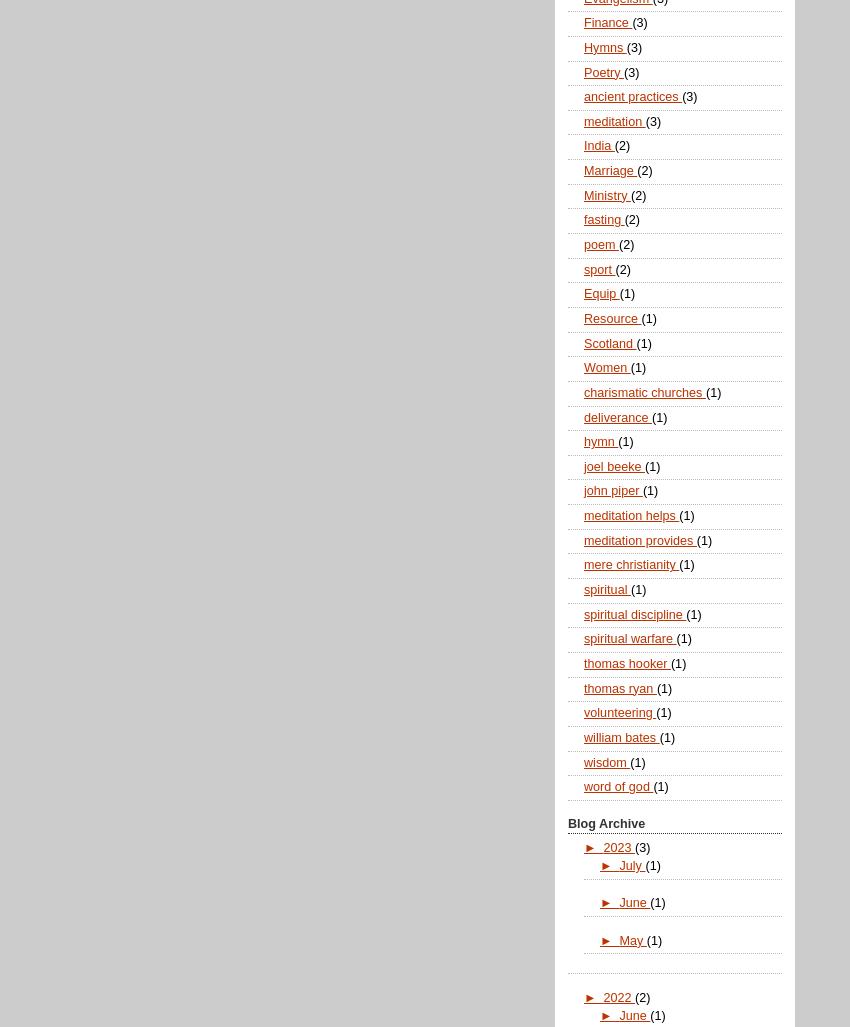 The image size is (850, 1027). Describe the element at coordinates (584, 367) in the screenshot. I see `'Women'` at that location.